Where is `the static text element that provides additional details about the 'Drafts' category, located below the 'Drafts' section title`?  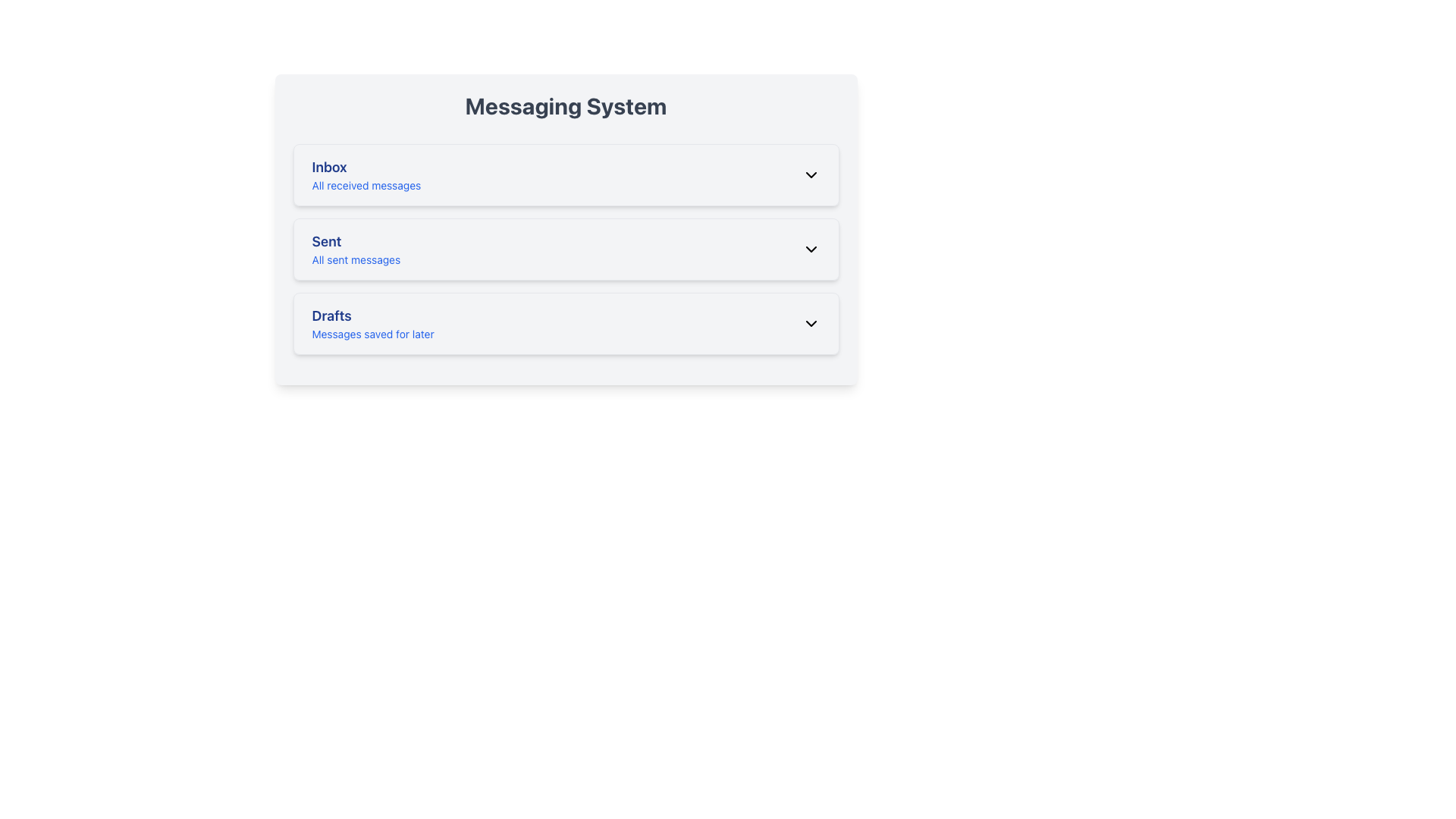 the static text element that provides additional details about the 'Drafts' category, located below the 'Drafts' section title is located at coordinates (373, 333).